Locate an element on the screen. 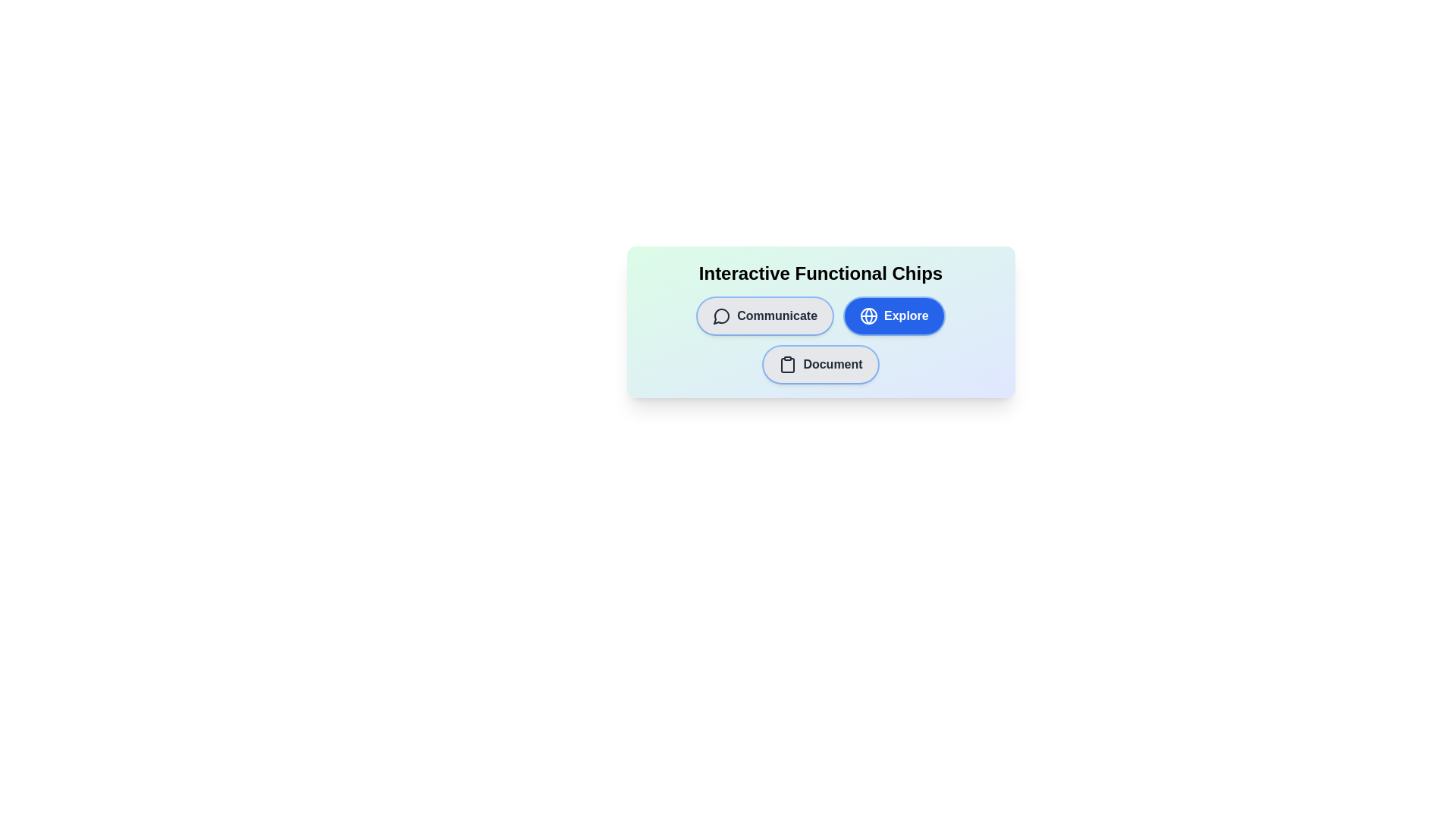 This screenshot has height=819, width=1456. the header text 'Interactive Functional Chips' to interact with it is located at coordinates (820, 274).